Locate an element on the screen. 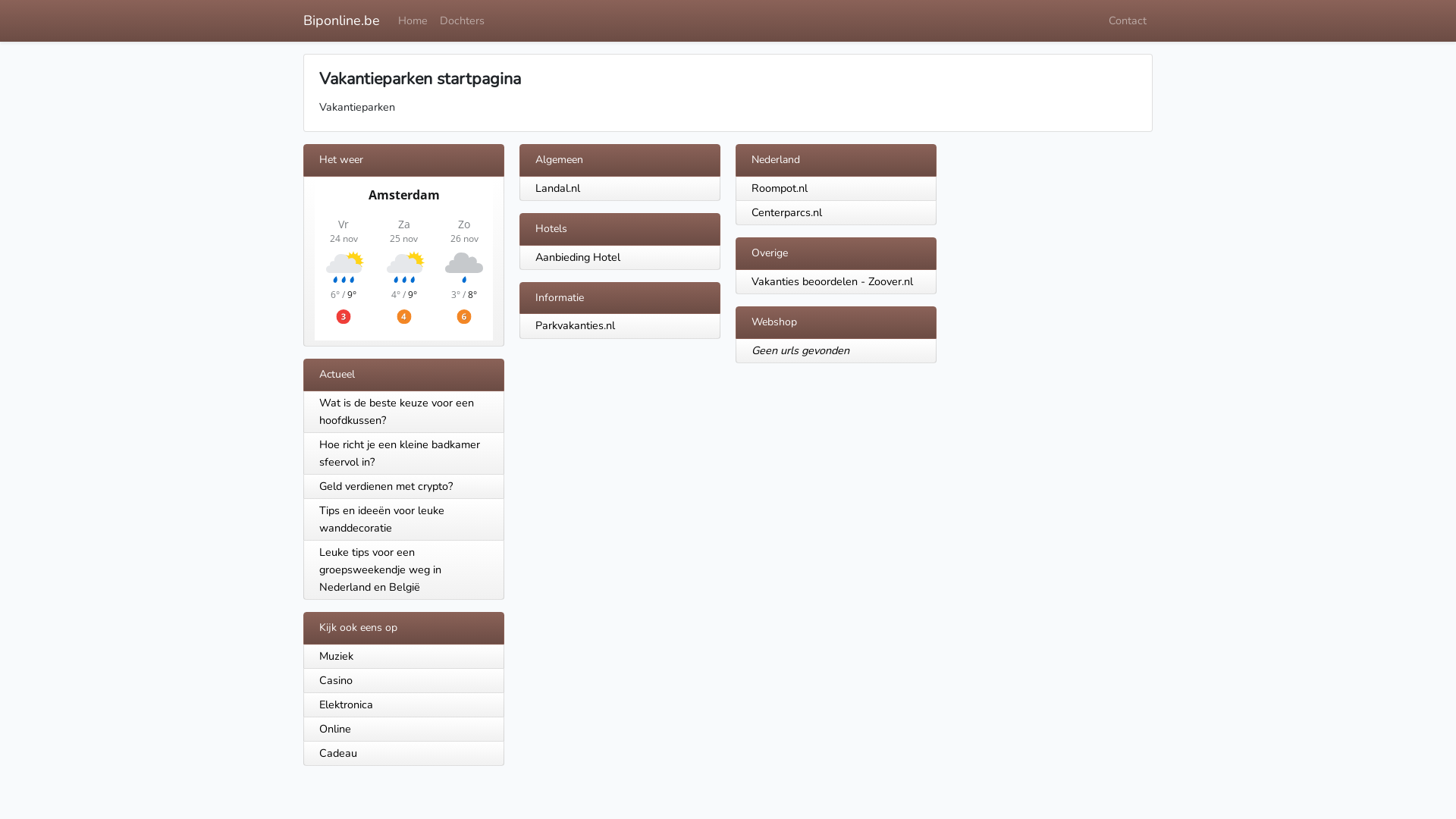 Image resolution: width=1456 pixels, height=819 pixels. 'Dochters' is located at coordinates (461, 20).